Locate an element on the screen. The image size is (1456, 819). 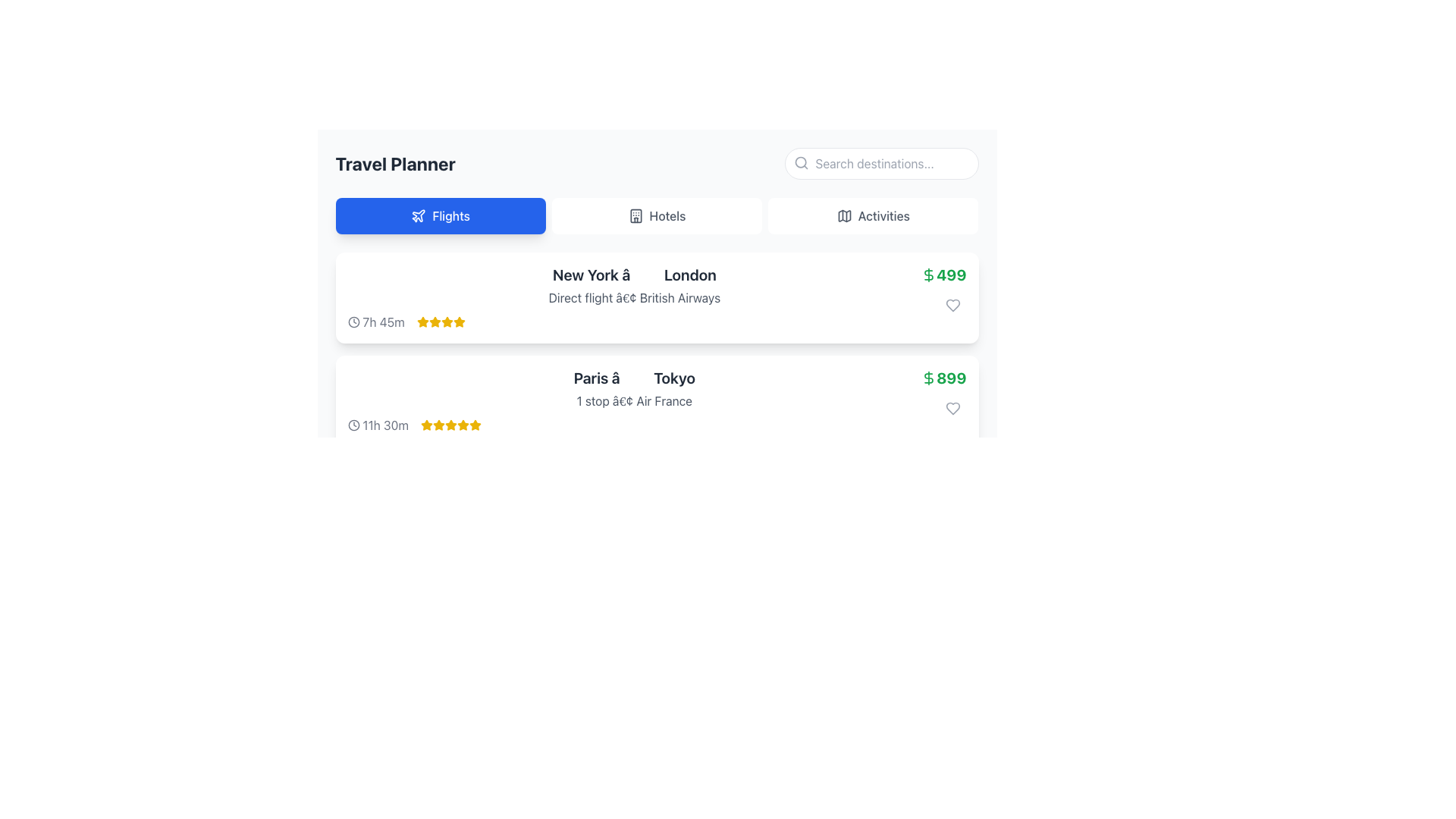
the text label displaying 'Activities' is located at coordinates (883, 216).